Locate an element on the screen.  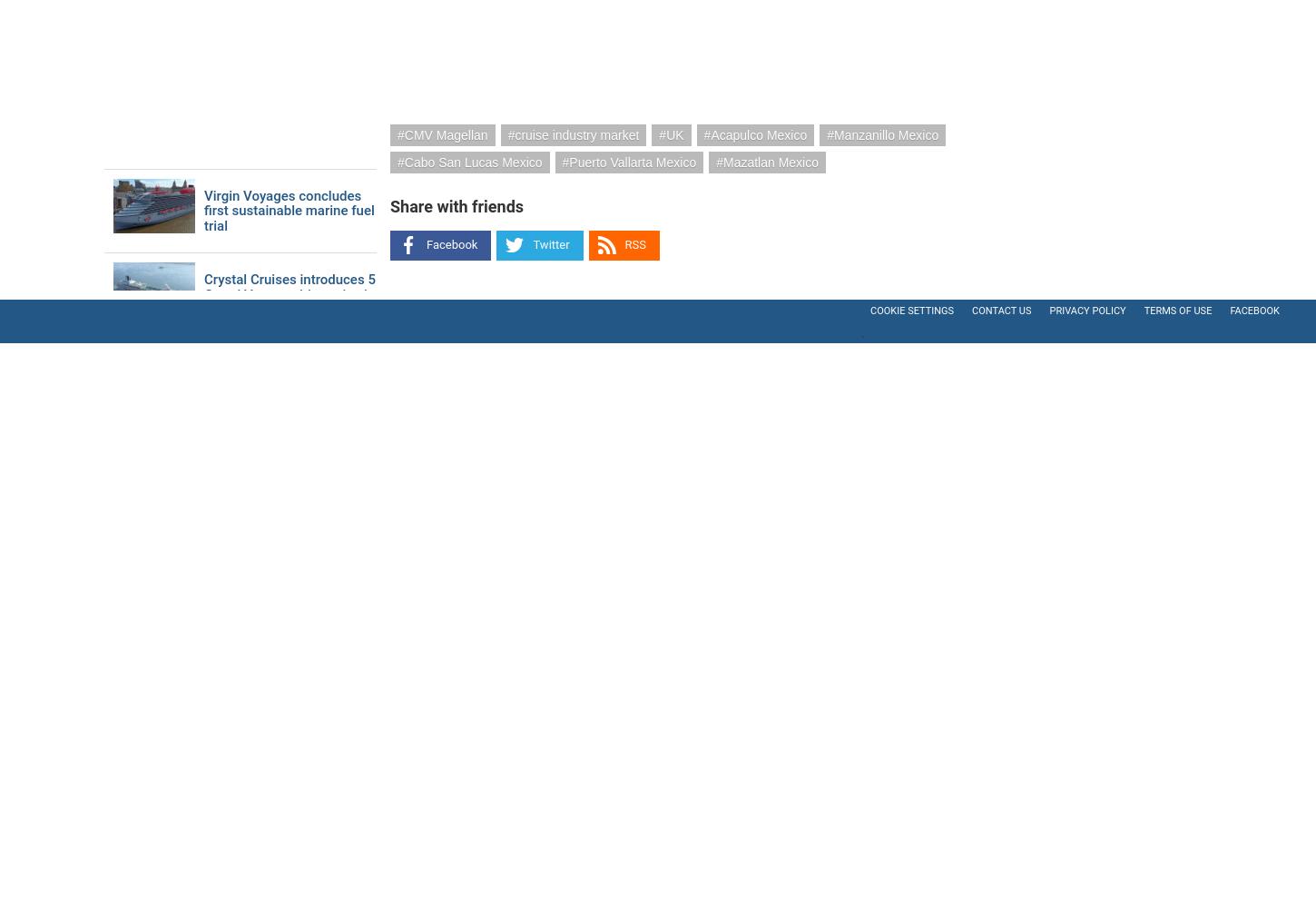
'CMV Magellan' is located at coordinates (445, 135).